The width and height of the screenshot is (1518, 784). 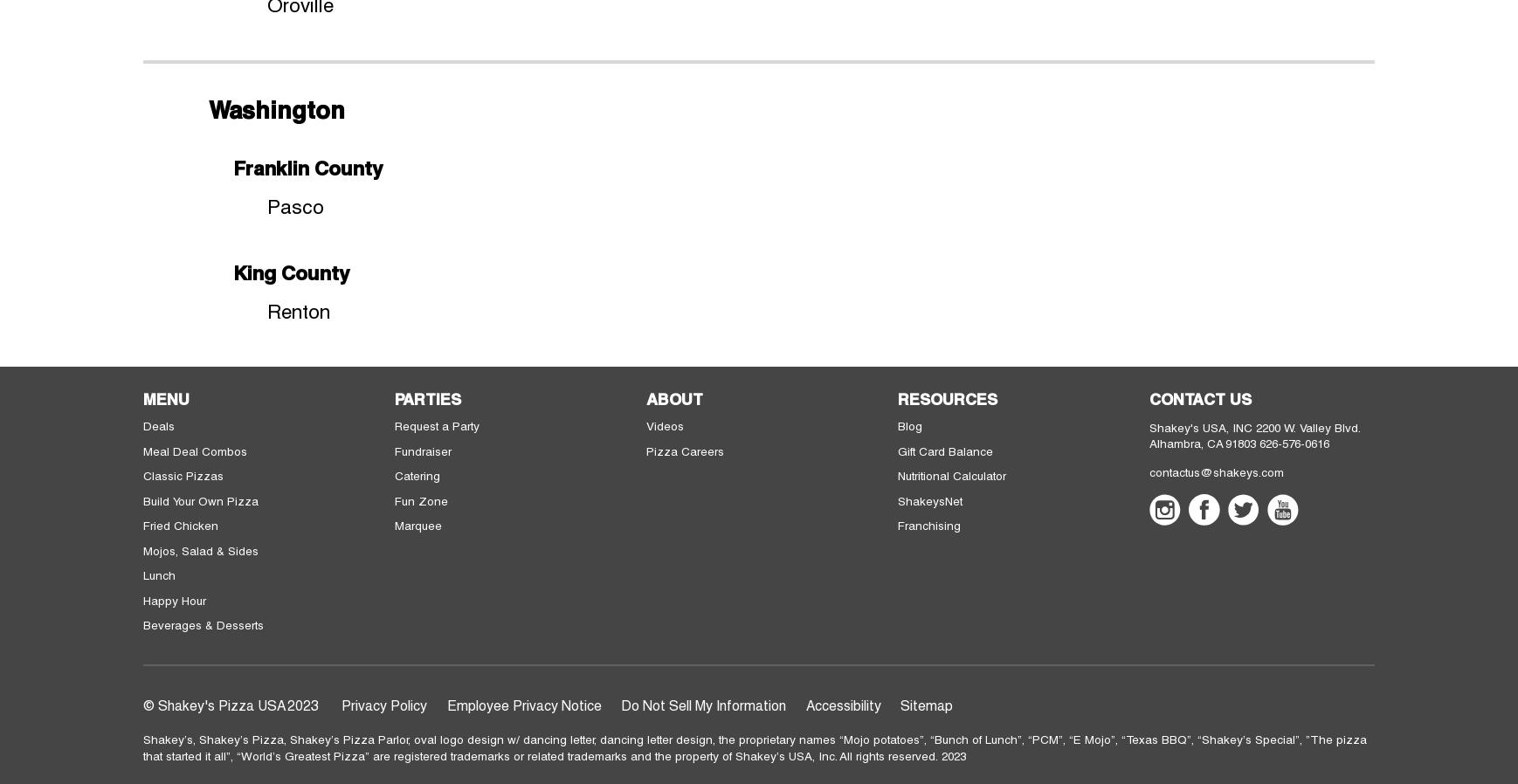 I want to click on 'Franklin County', so click(x=307, y=166).